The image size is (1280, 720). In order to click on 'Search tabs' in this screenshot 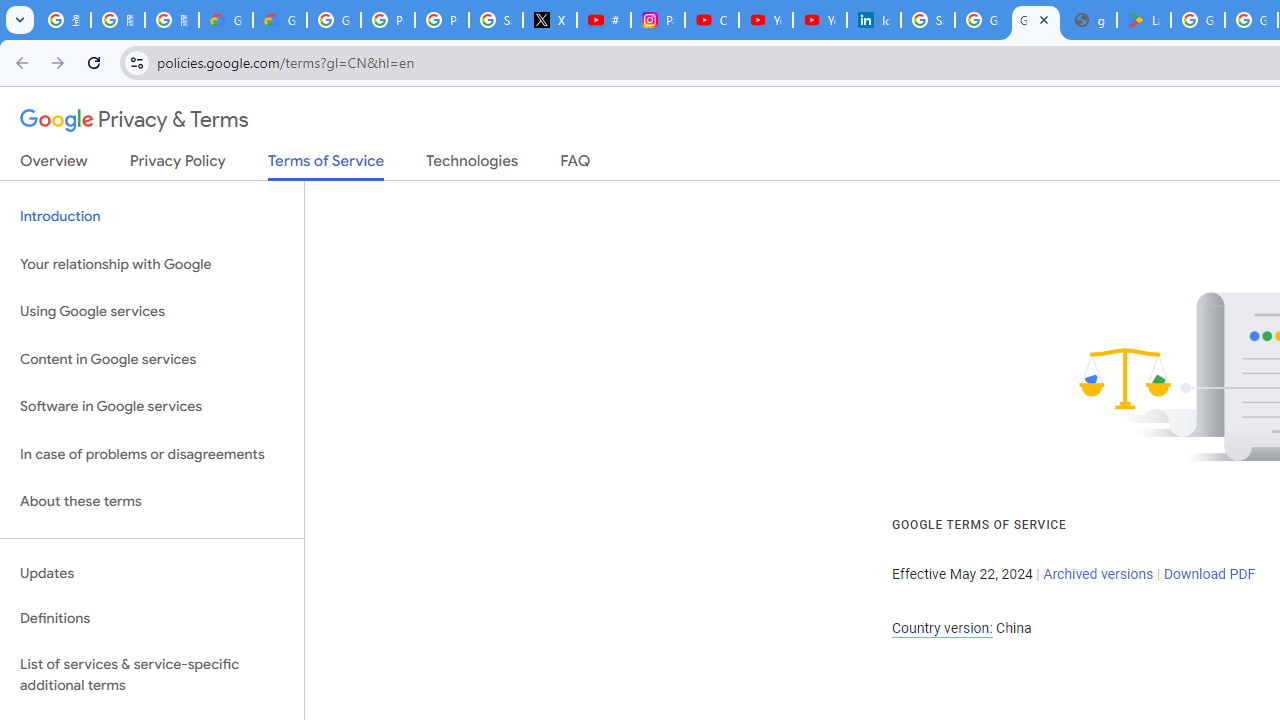, I will do `click(20, 20)`.